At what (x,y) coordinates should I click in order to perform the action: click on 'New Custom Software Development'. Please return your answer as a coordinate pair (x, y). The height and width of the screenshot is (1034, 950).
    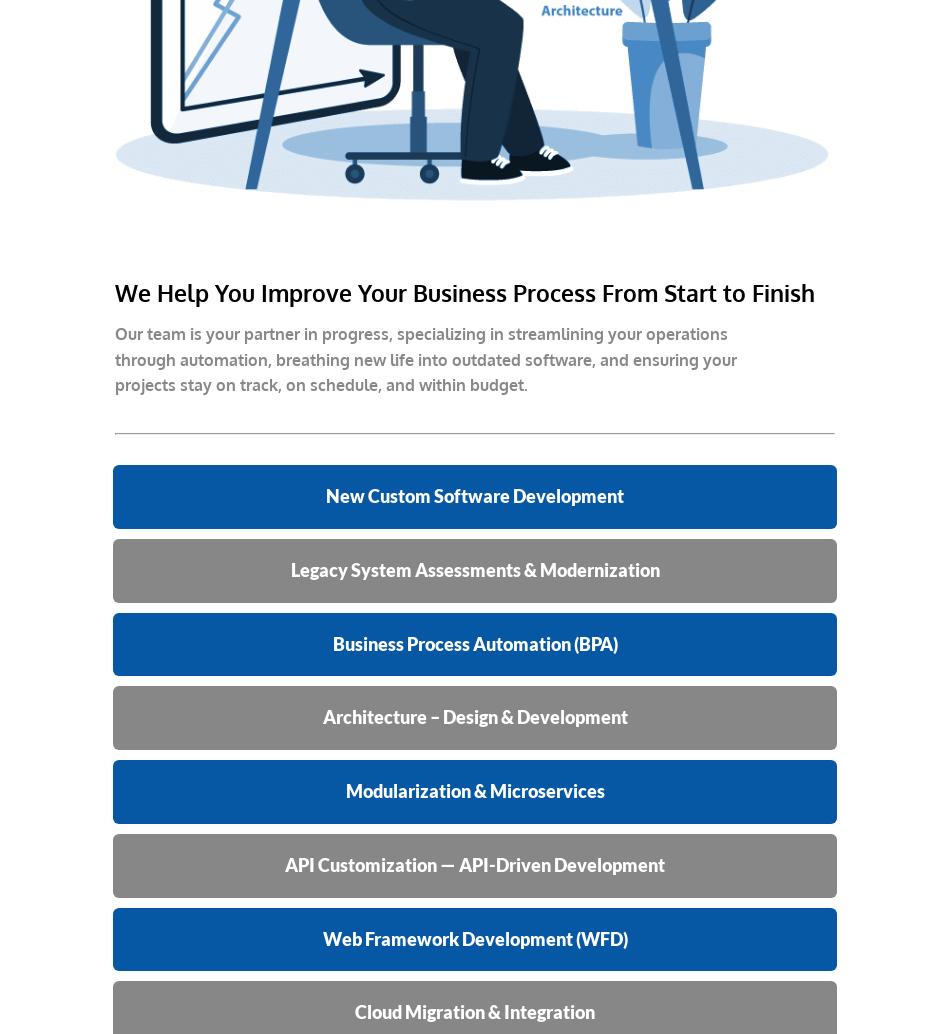
    Looking at the image, I should click on (475, 493).